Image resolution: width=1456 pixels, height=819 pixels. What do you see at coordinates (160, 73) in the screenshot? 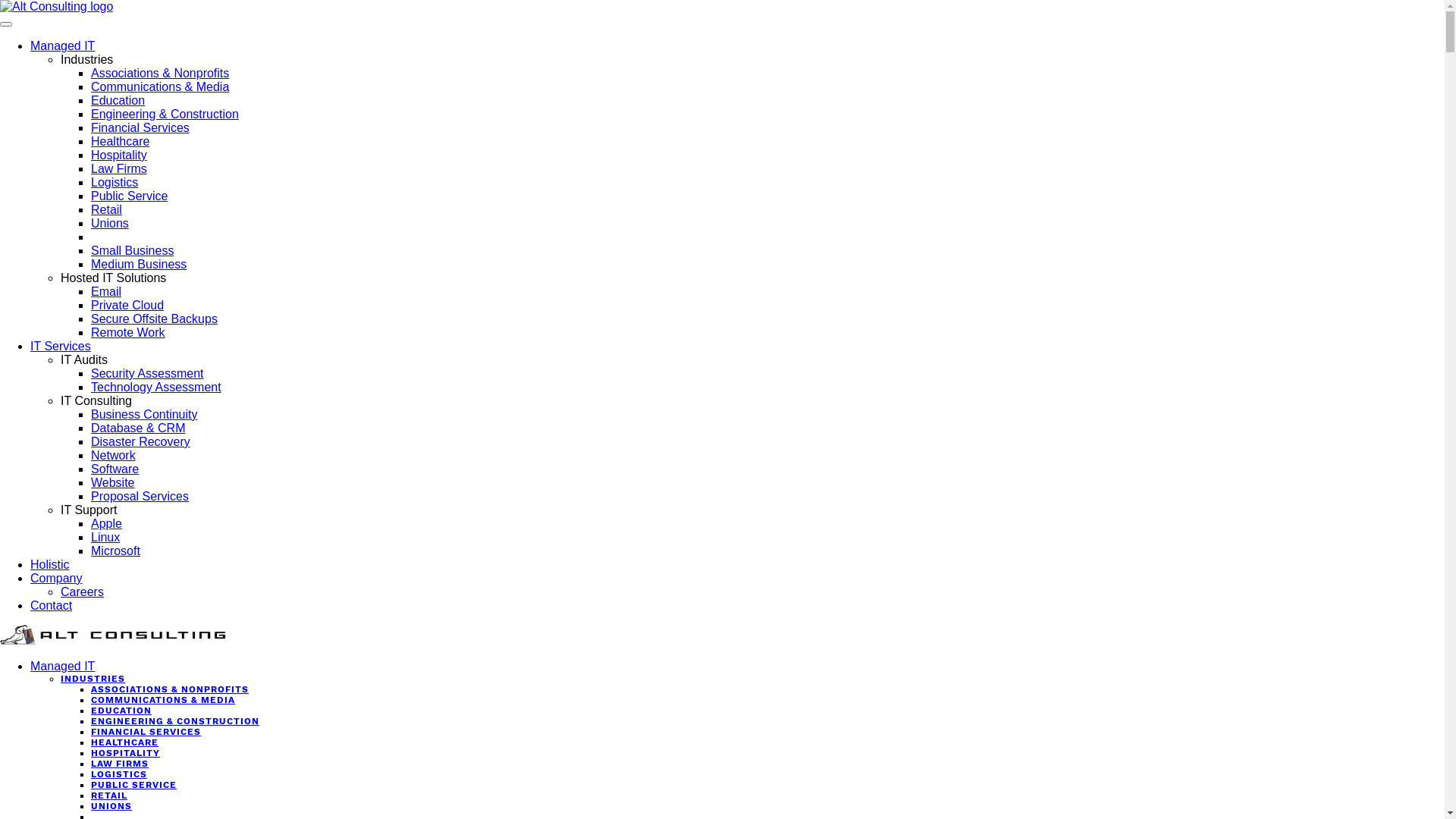
I see `'Associations & Nonprofits'` at bounding box center [160, 73].